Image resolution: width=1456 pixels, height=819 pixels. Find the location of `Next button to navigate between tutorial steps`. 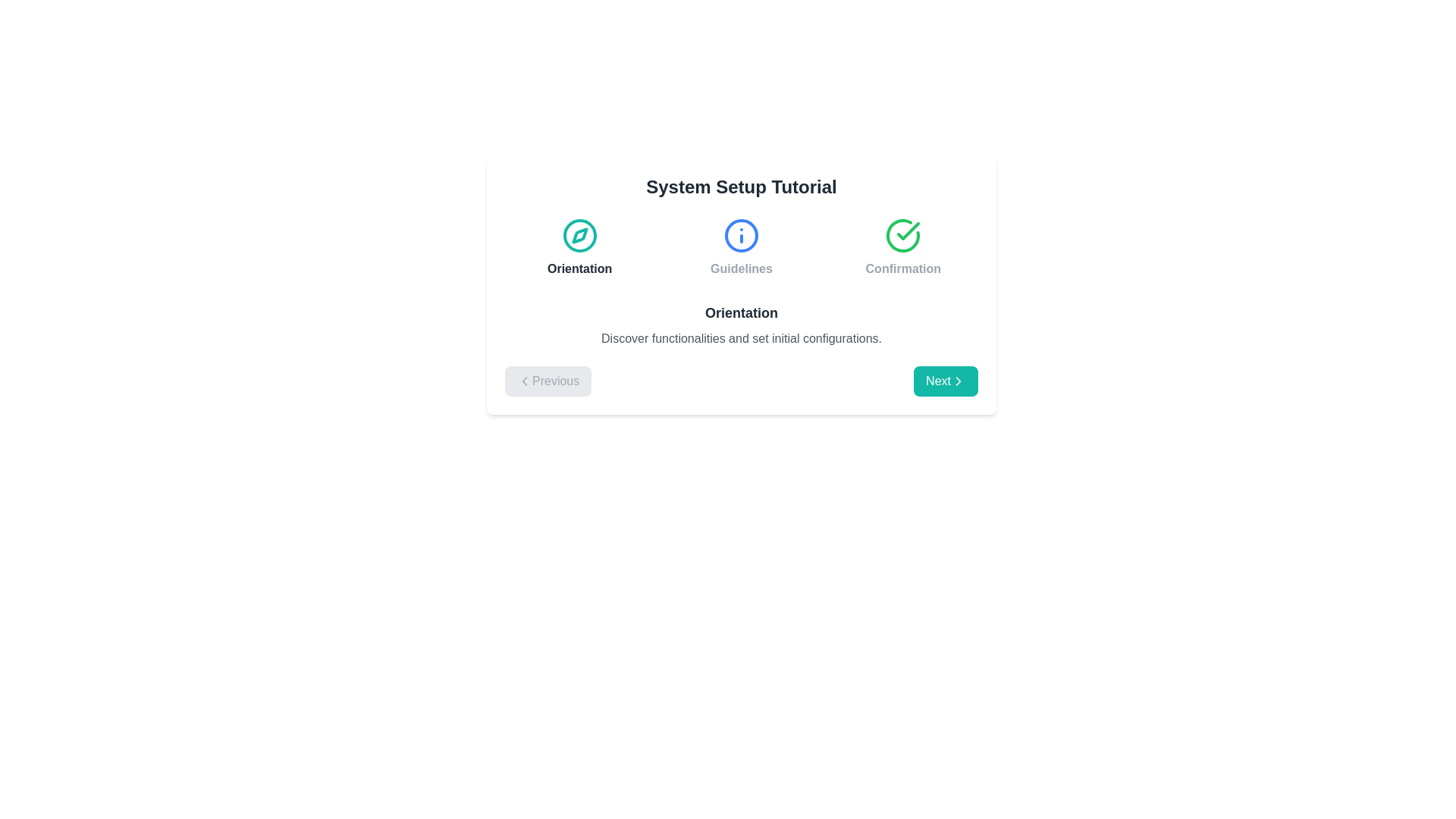

Next button to navigate between tutorial steps is located at coordinates (945, 380).